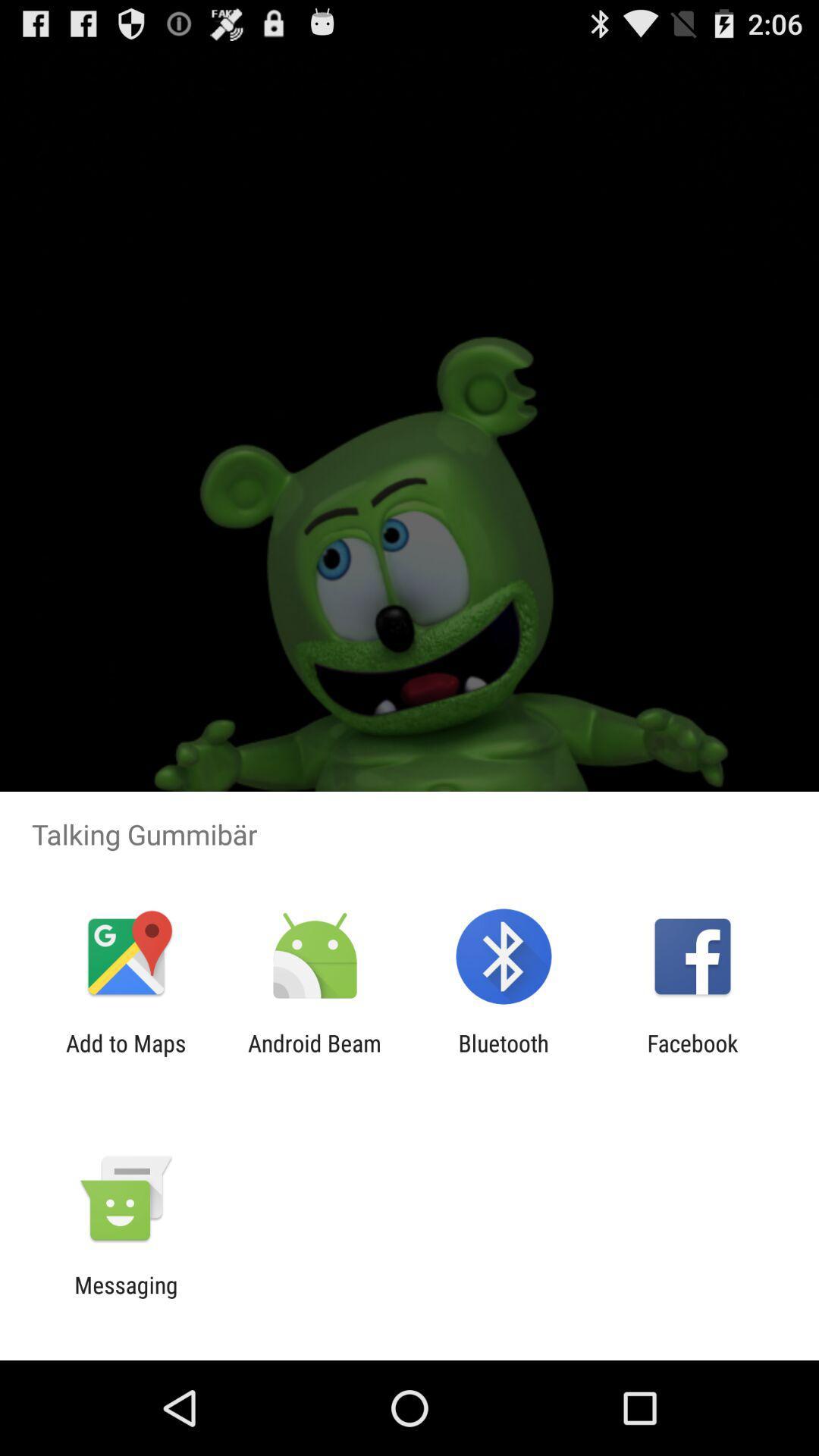  I want to click on the android beam app, so click(314, 1056).